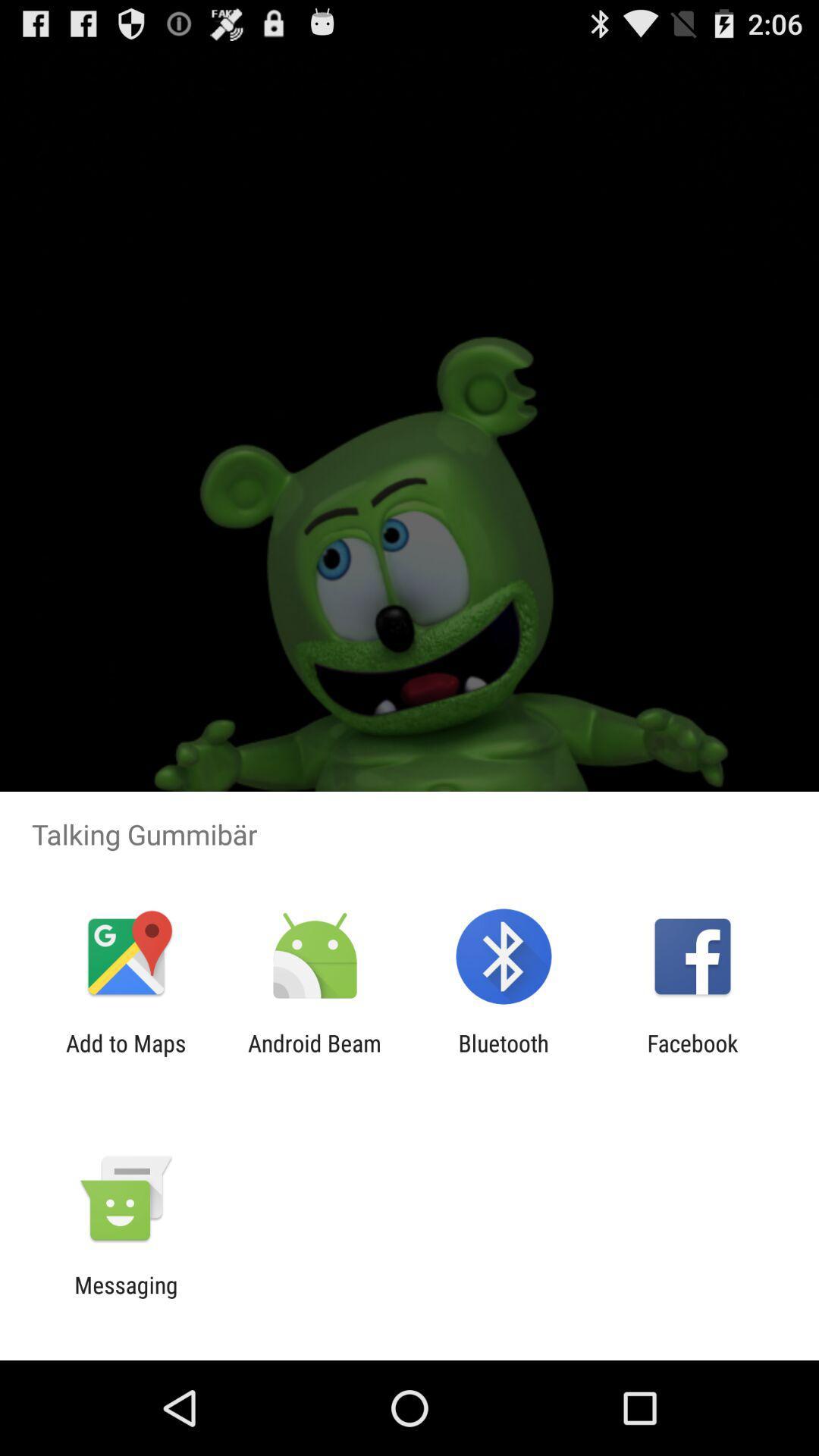  I want to click on the android beam app, so click(314, 1056).